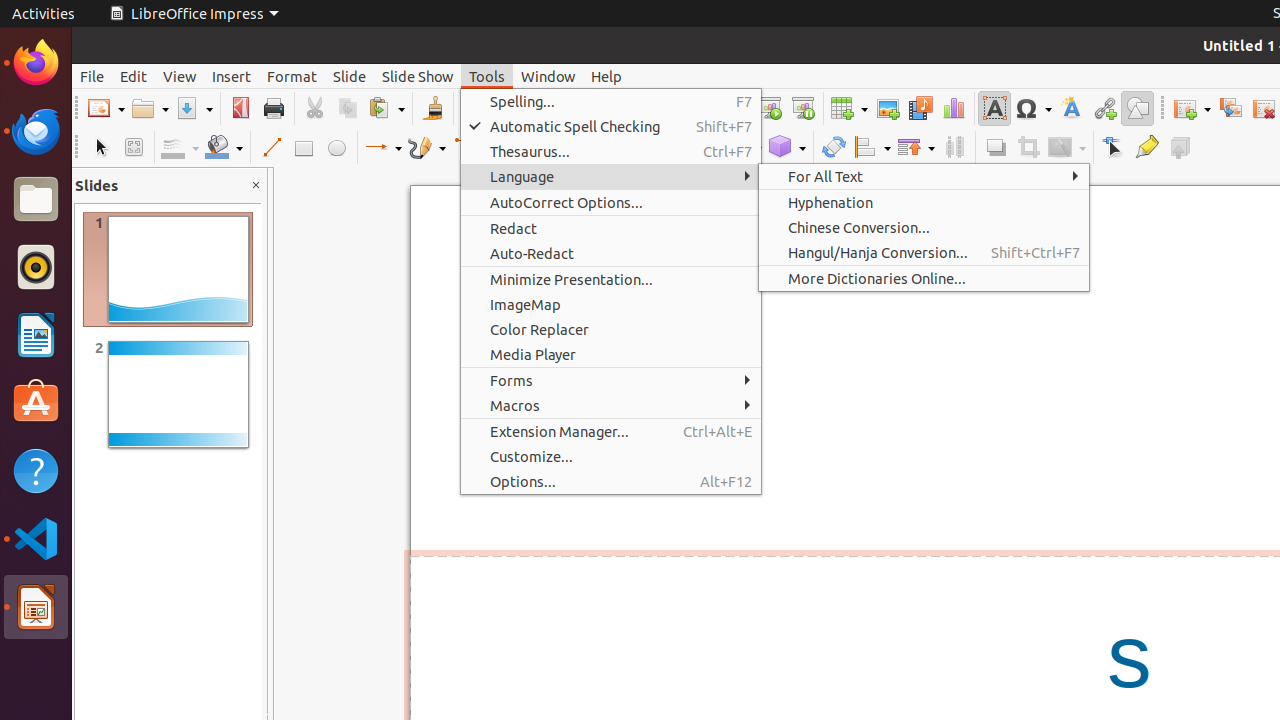  Describe the element at coordinates (349, 75) in the screenshot. I see `'Slide'` at that location.